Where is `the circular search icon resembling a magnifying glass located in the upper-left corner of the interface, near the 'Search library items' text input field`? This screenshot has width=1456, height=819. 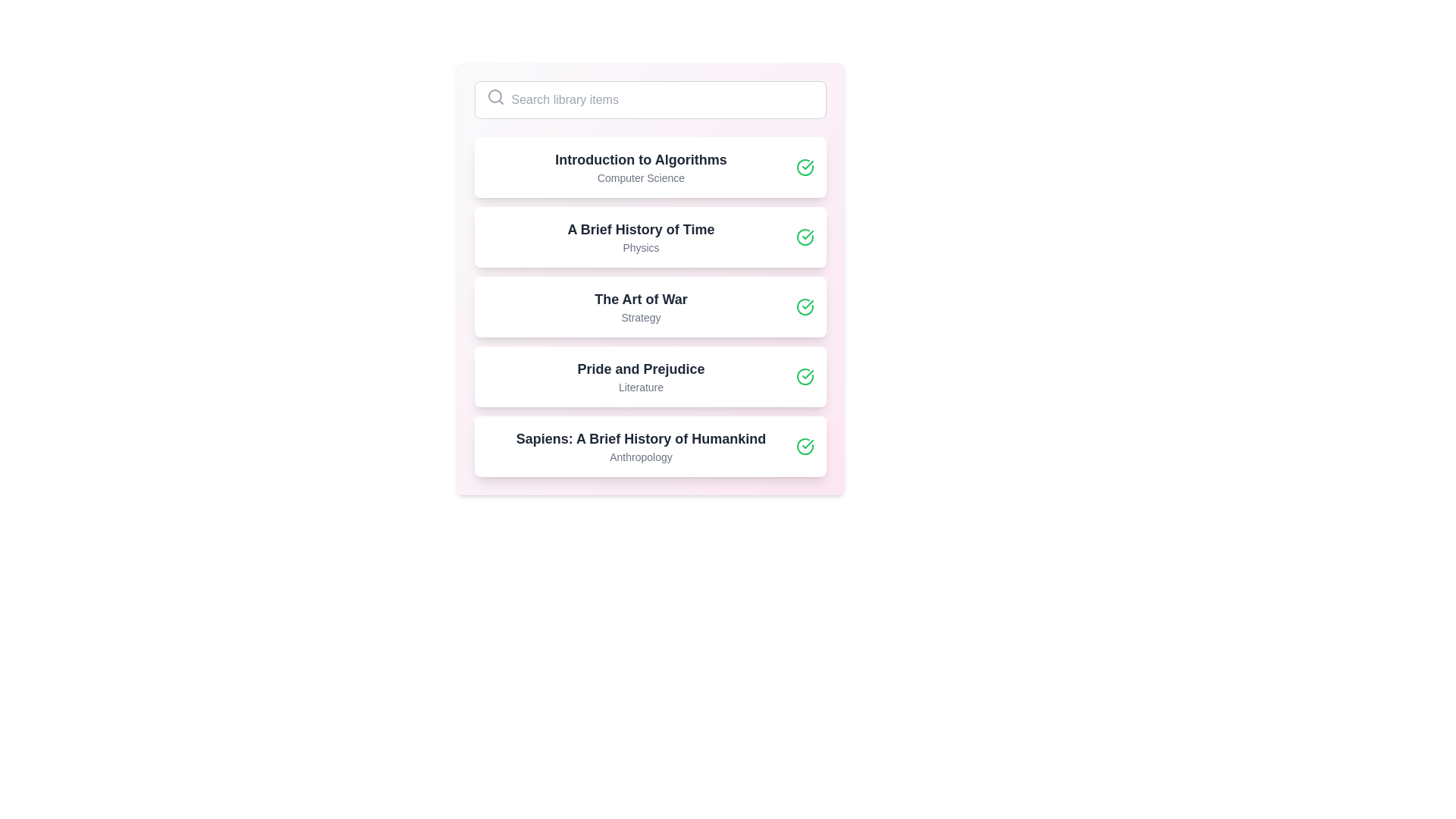
the circular search icon resembling a magnifying glass located in the upper-left corner of the interface, near the 'Search library items' text input field is located at coordinates (494, 96).